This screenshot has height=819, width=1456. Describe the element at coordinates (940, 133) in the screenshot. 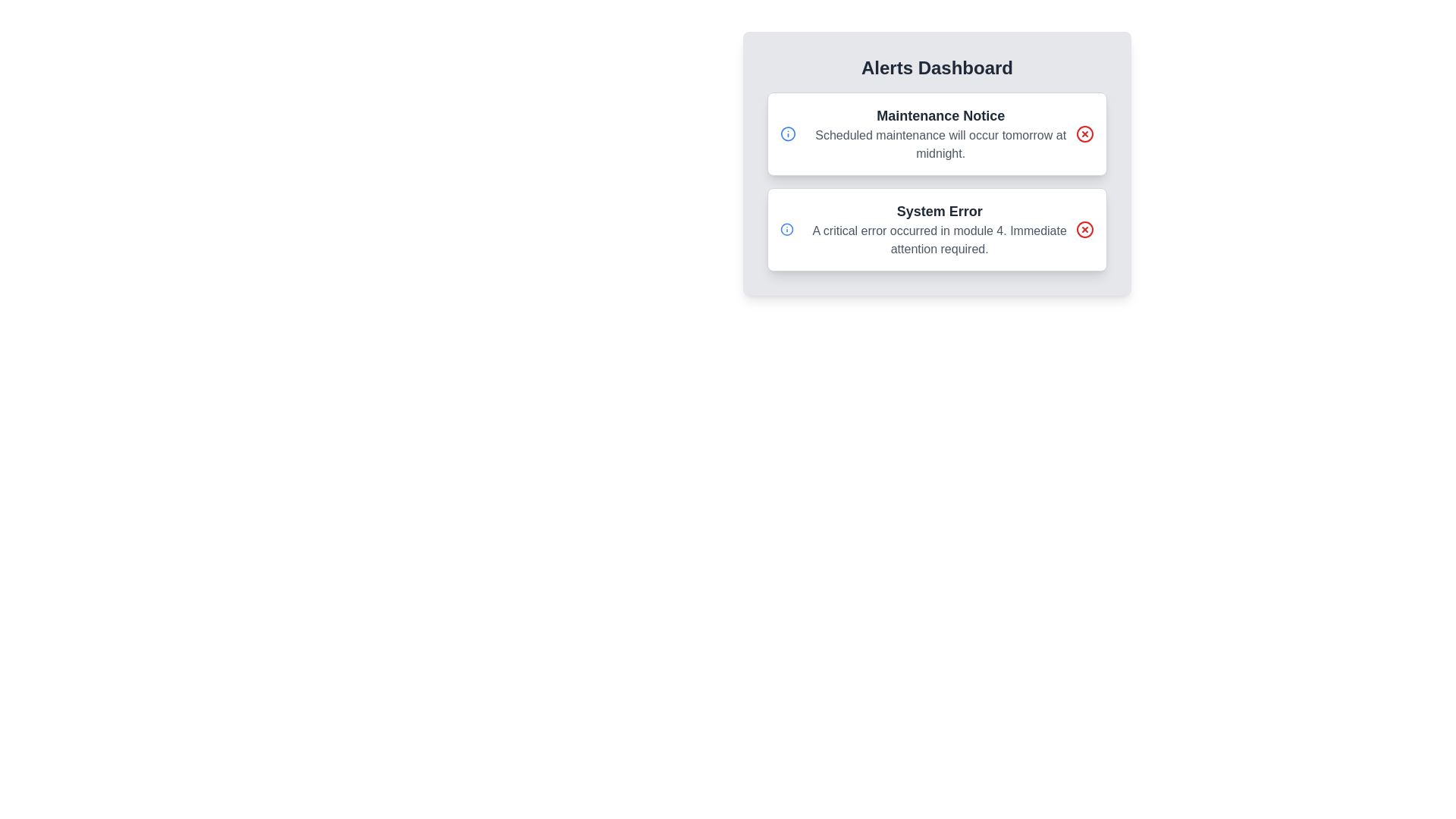

I see `the text block in the first notification card within the Alerts Dashboard that provides information about scheduled maintenance` at that location.